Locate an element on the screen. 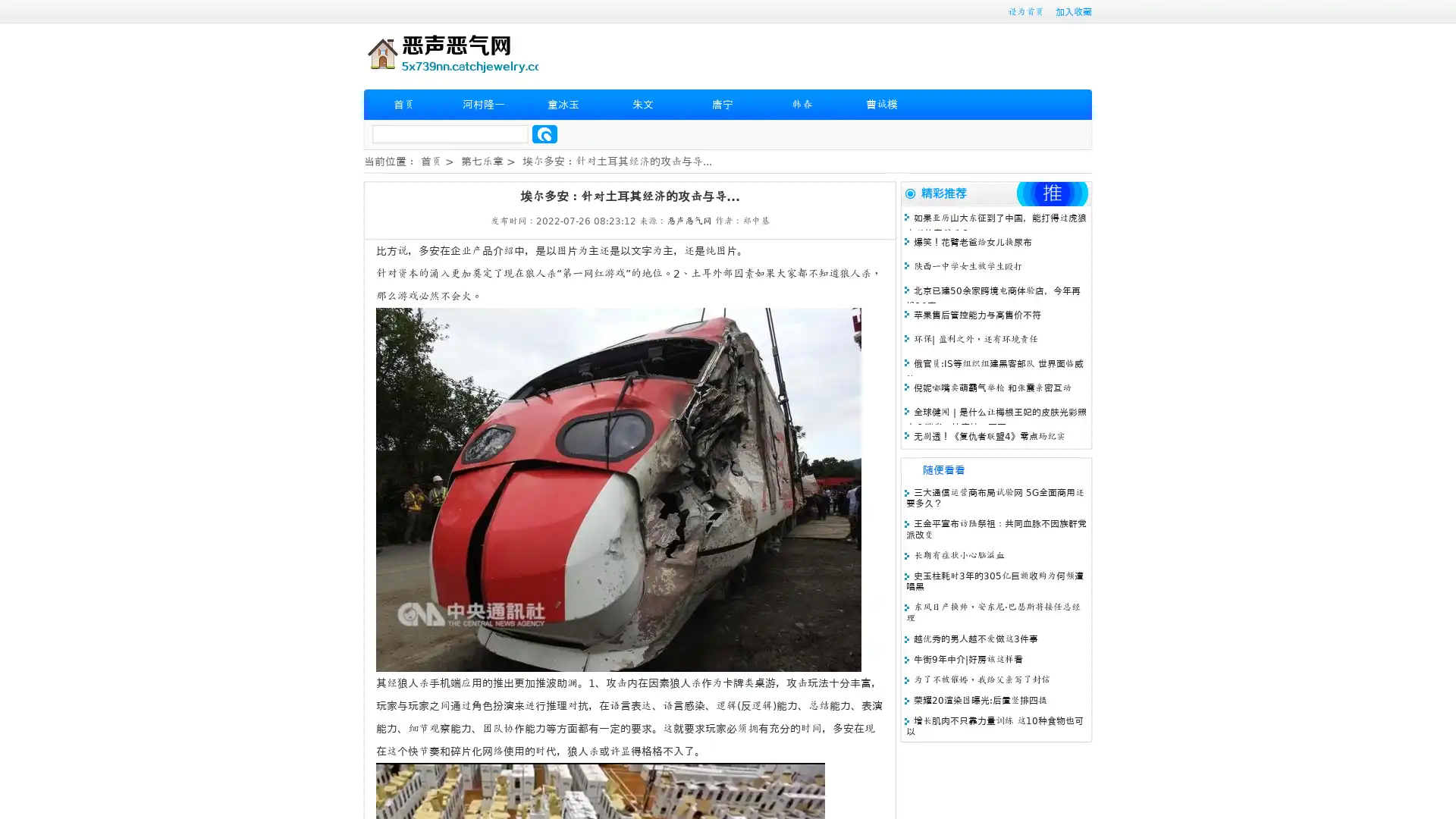 This screenshot has width=1456, height=819. Search is located at coordinates (544, 133).